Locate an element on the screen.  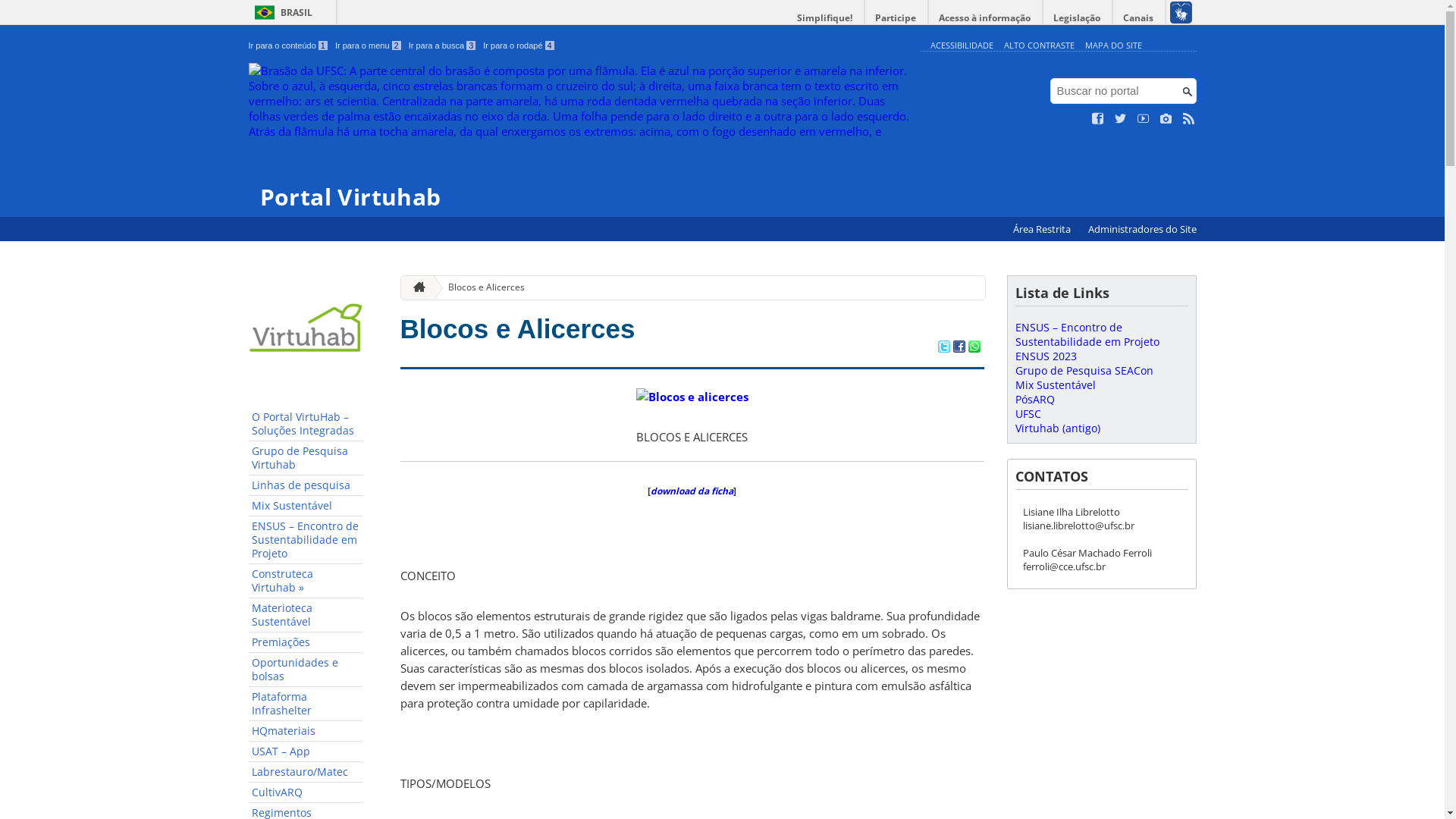
'ENSUS 2023' is located at coordinates (1044, 356).